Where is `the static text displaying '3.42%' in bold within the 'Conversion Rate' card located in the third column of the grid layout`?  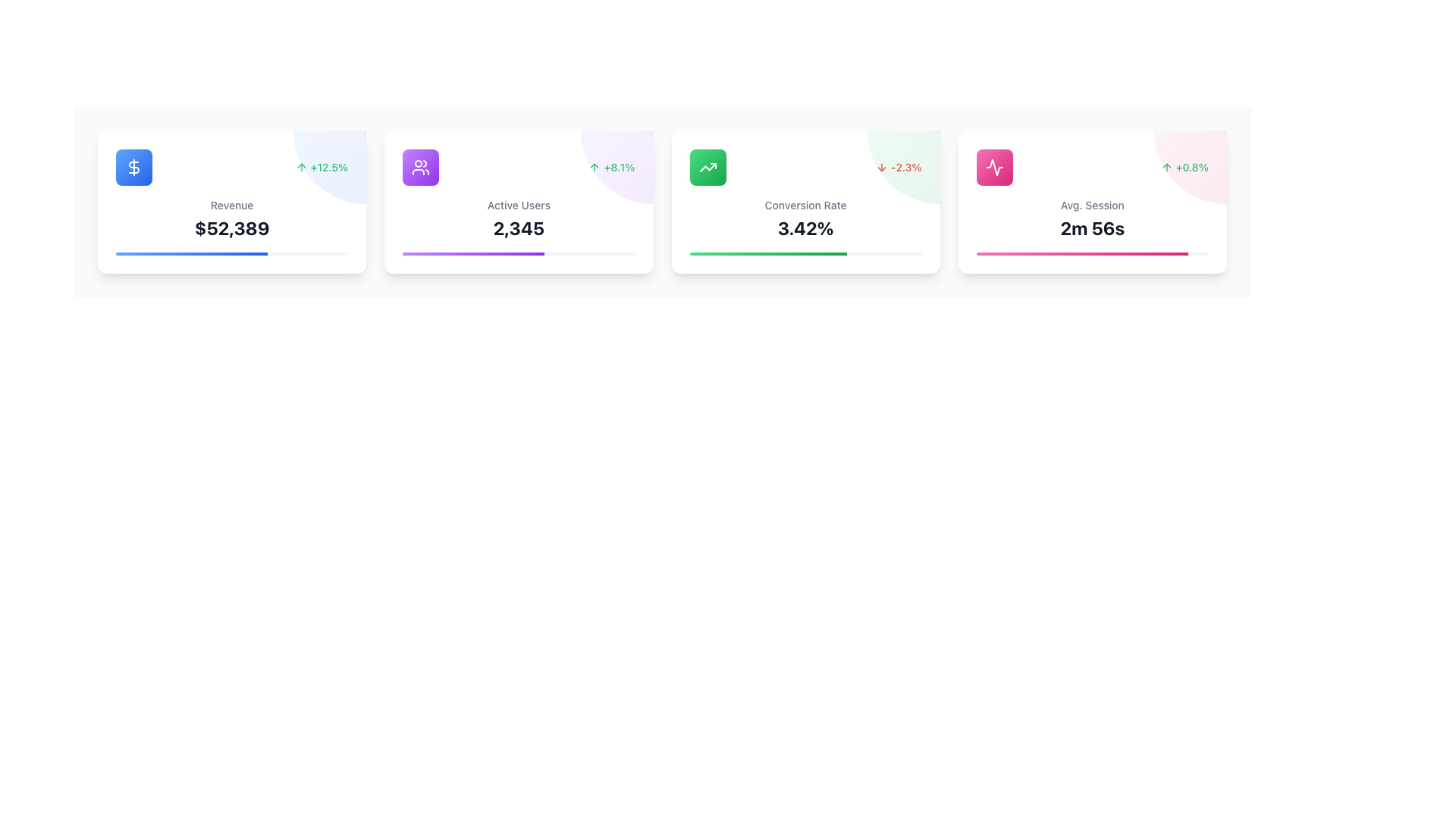 the static text displaying '3.42%' in bold within the 'Conversion Rate' card located in the third column of the grid layout is located at coordinates (805, 227).